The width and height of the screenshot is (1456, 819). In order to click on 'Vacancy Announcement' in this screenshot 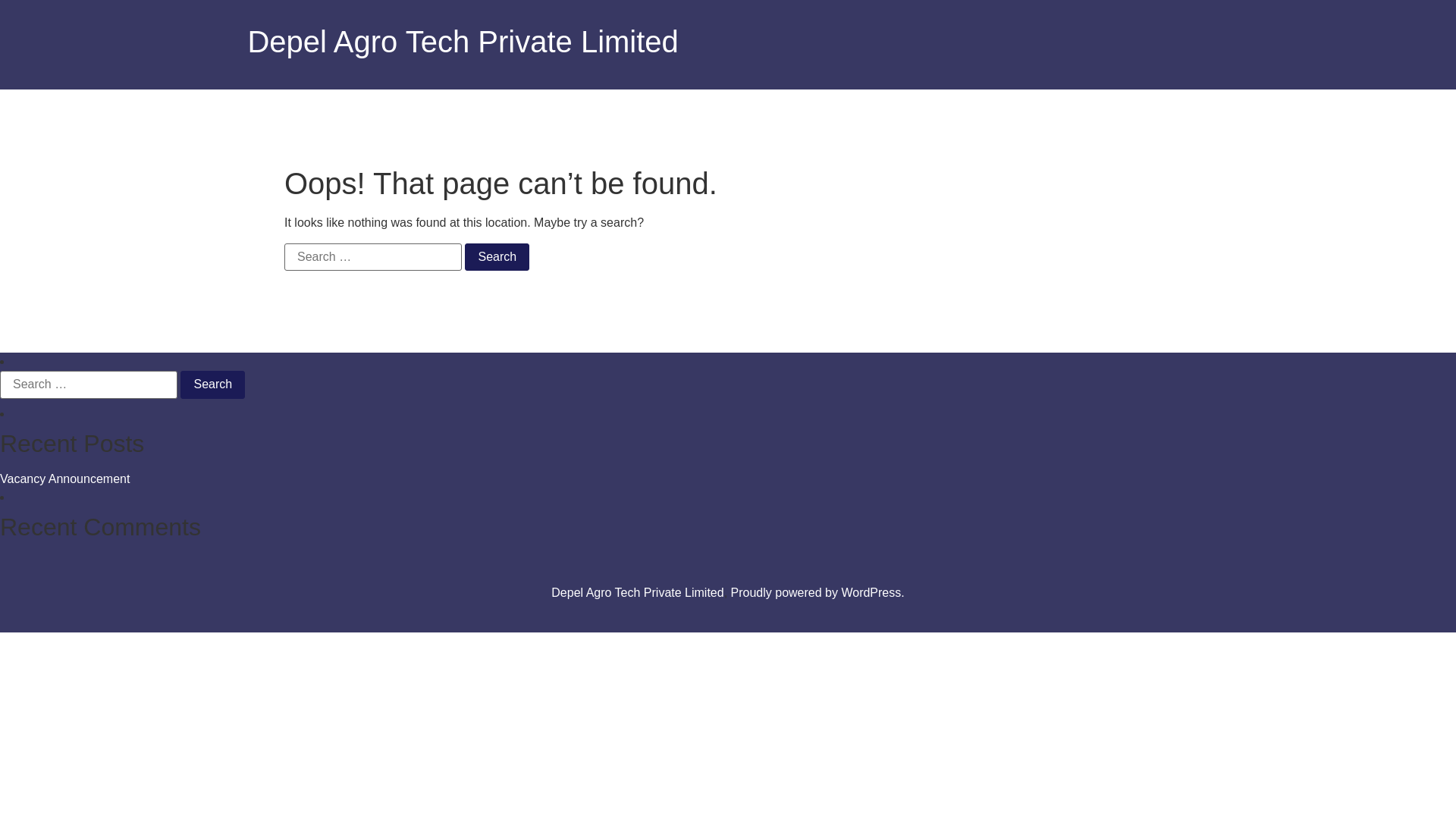, I will do `click(0, 479)`.